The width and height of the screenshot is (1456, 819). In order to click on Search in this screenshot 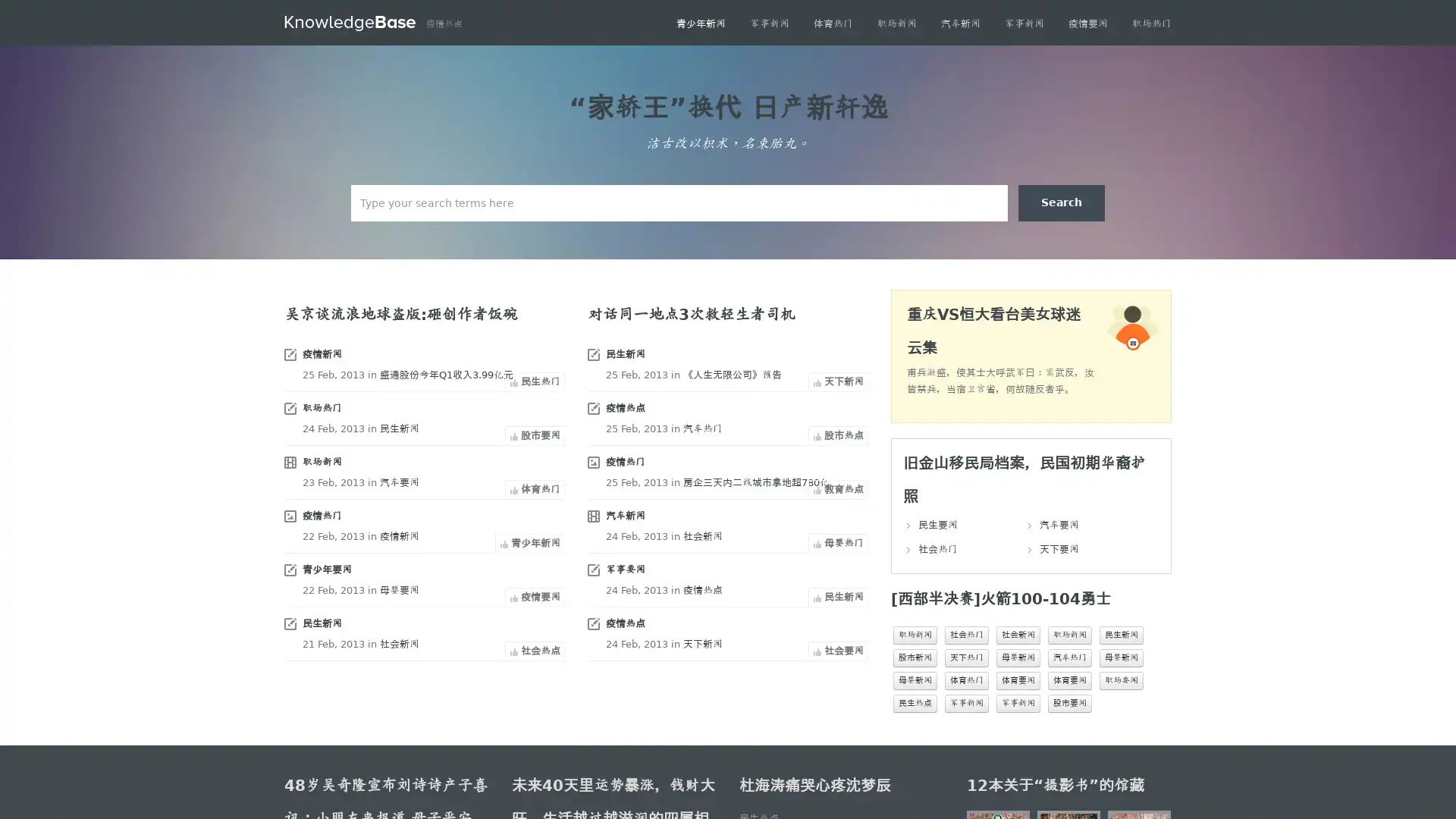, I will do `click(1061, 202)`.